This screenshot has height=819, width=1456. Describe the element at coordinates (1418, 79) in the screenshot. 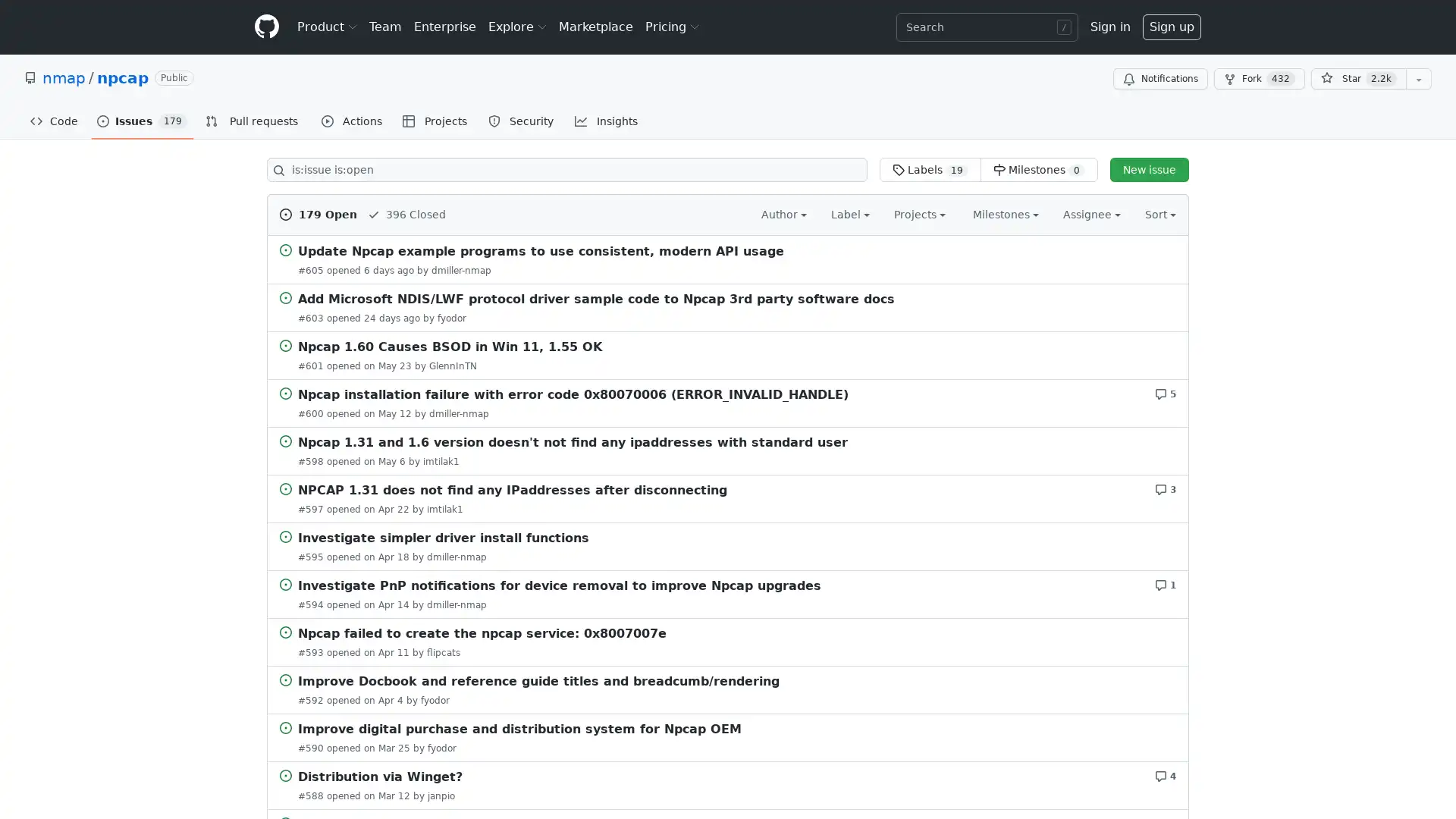

I see `You must be signed in to add this repository to a list` at that location.